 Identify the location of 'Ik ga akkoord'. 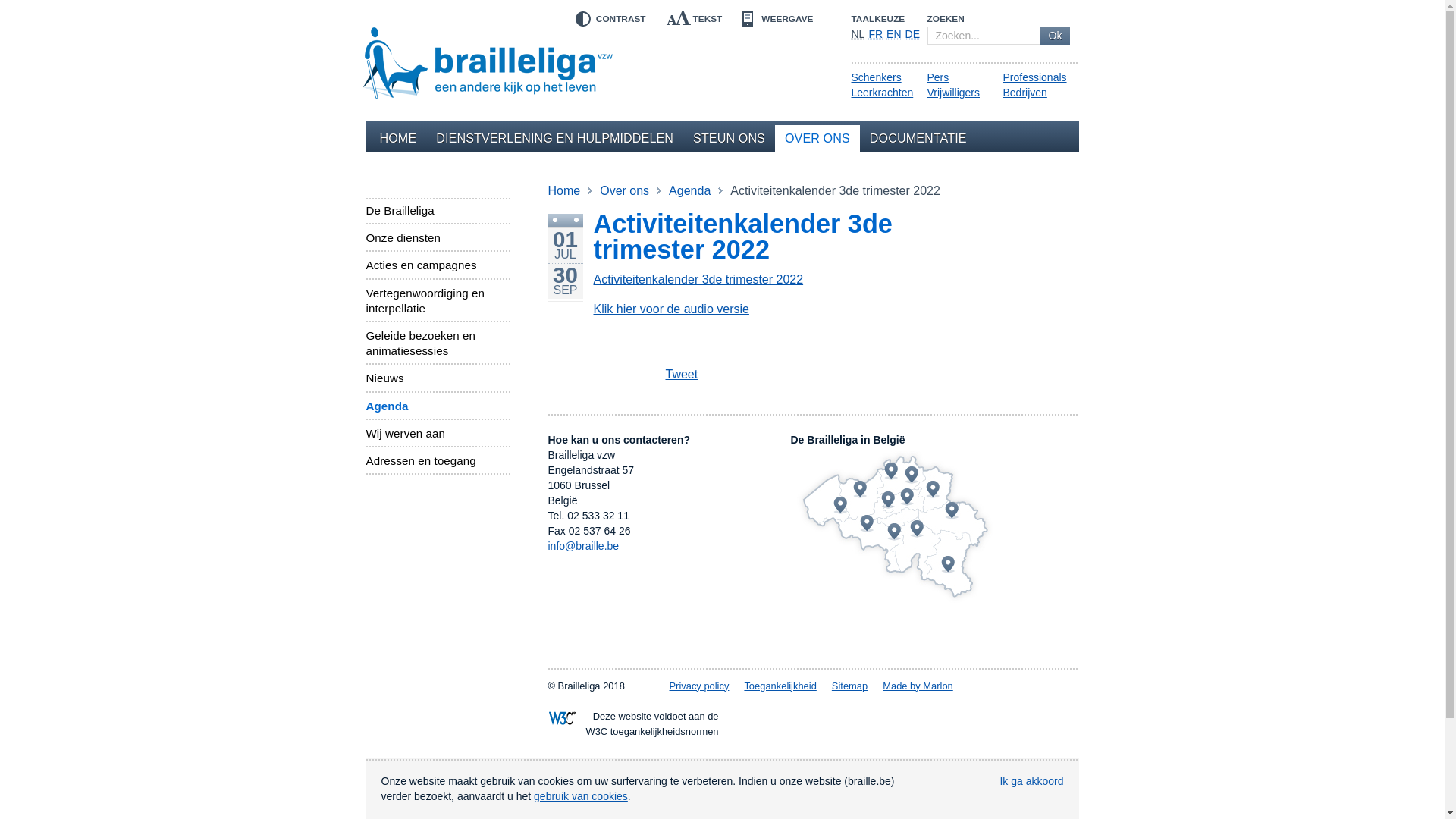
(1031, 780).